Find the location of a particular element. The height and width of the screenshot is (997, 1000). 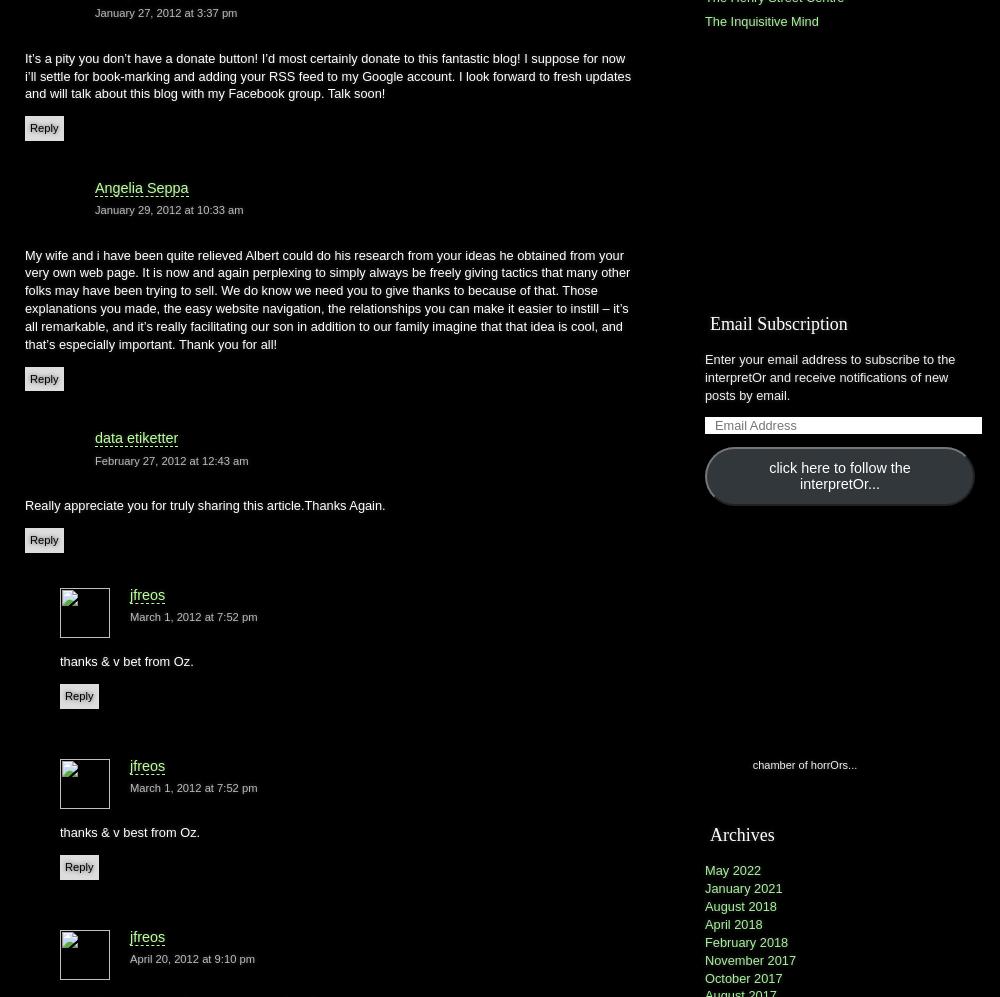

'Really appreciate you for truly sharing this article.Thanks Again.' is located at coordinates (204, 504).